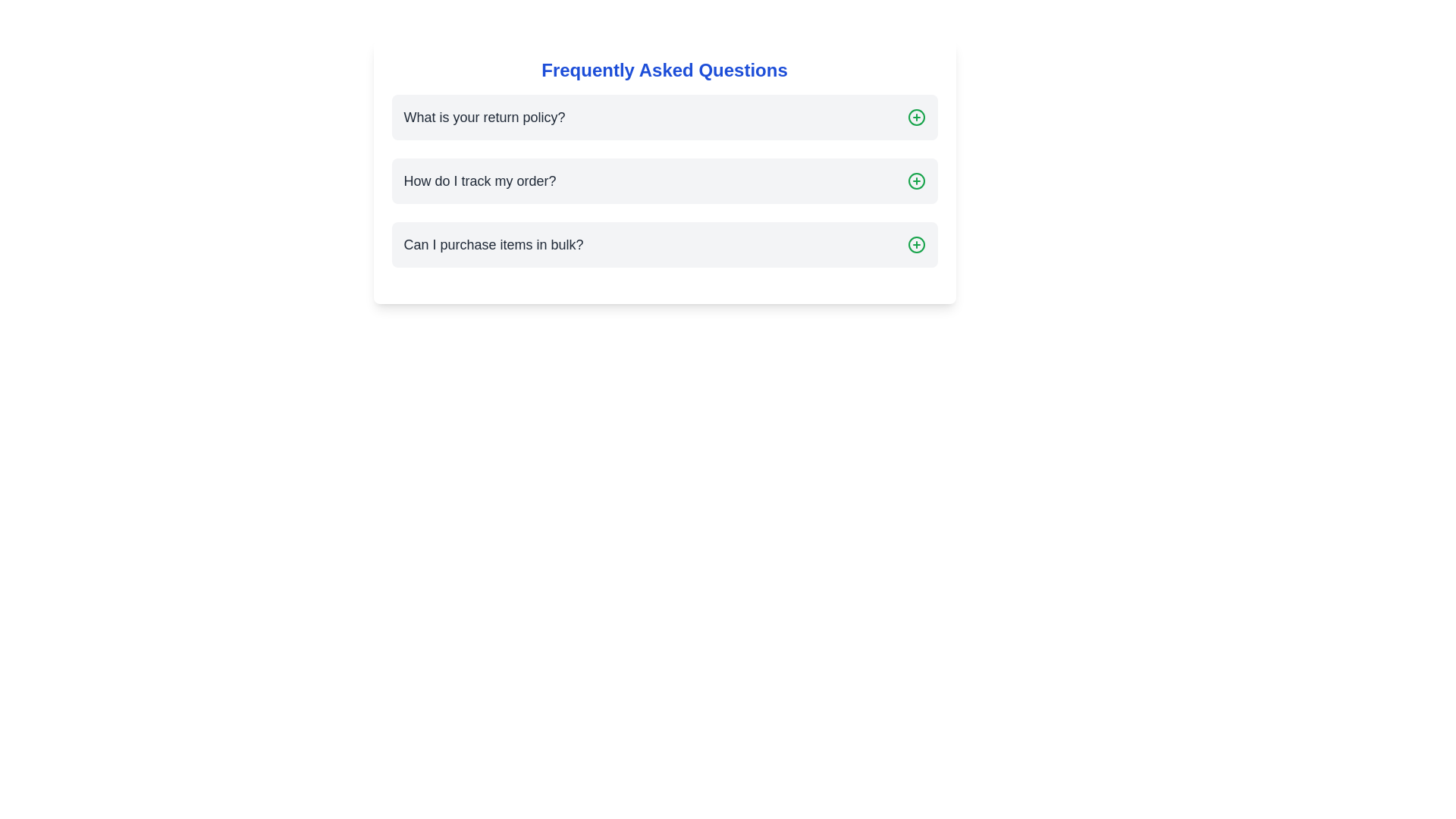  Describe the element at coordinates (915, 244) in the screenshot. I see `the button at the rightmost end of the third row in the FAQ section that expands the content for the question 'Can I purchase items in bulk?'` at that location.